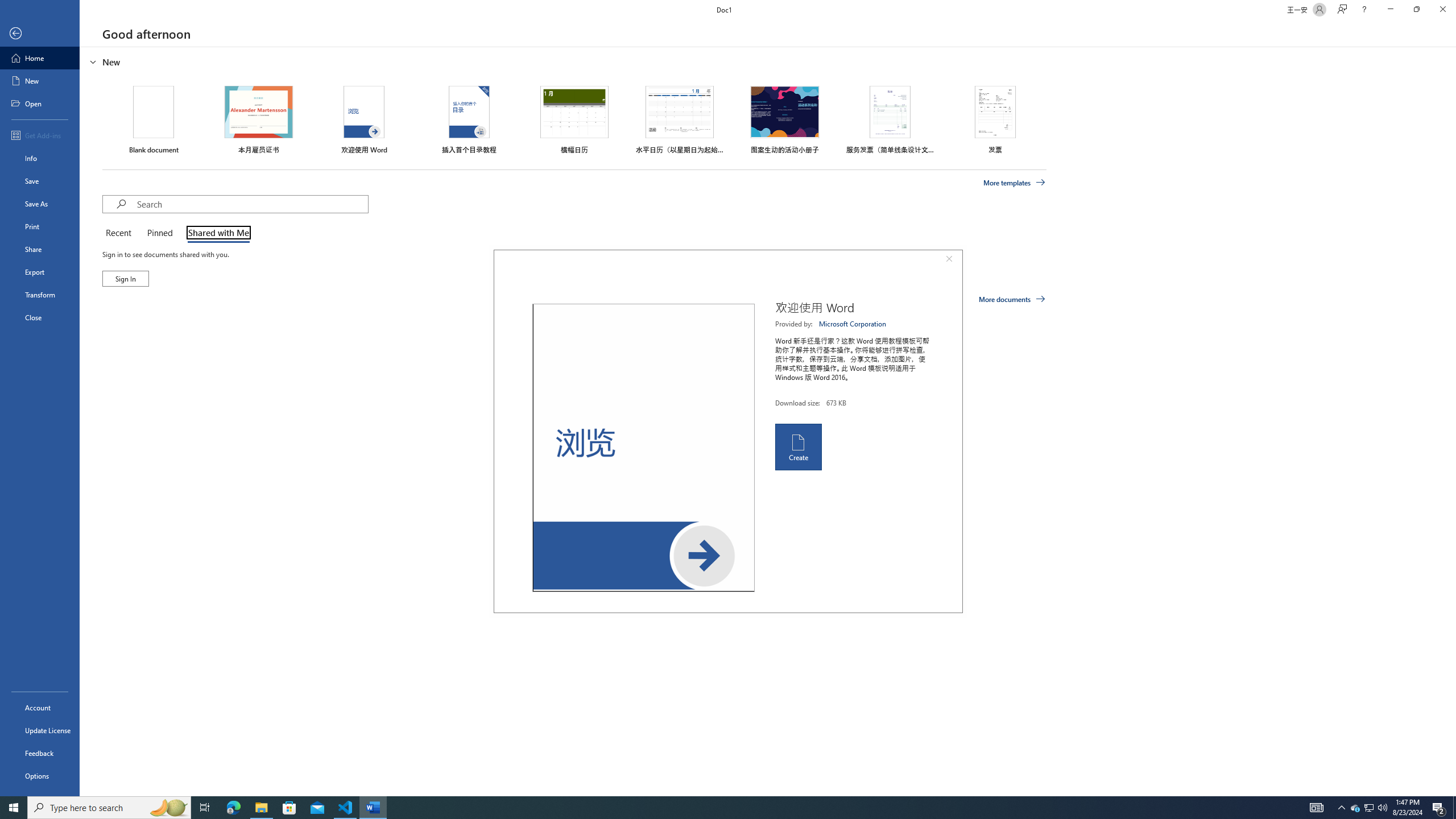 The image size is (1456, 819). I want to click on 'Options', so click(39, 775).